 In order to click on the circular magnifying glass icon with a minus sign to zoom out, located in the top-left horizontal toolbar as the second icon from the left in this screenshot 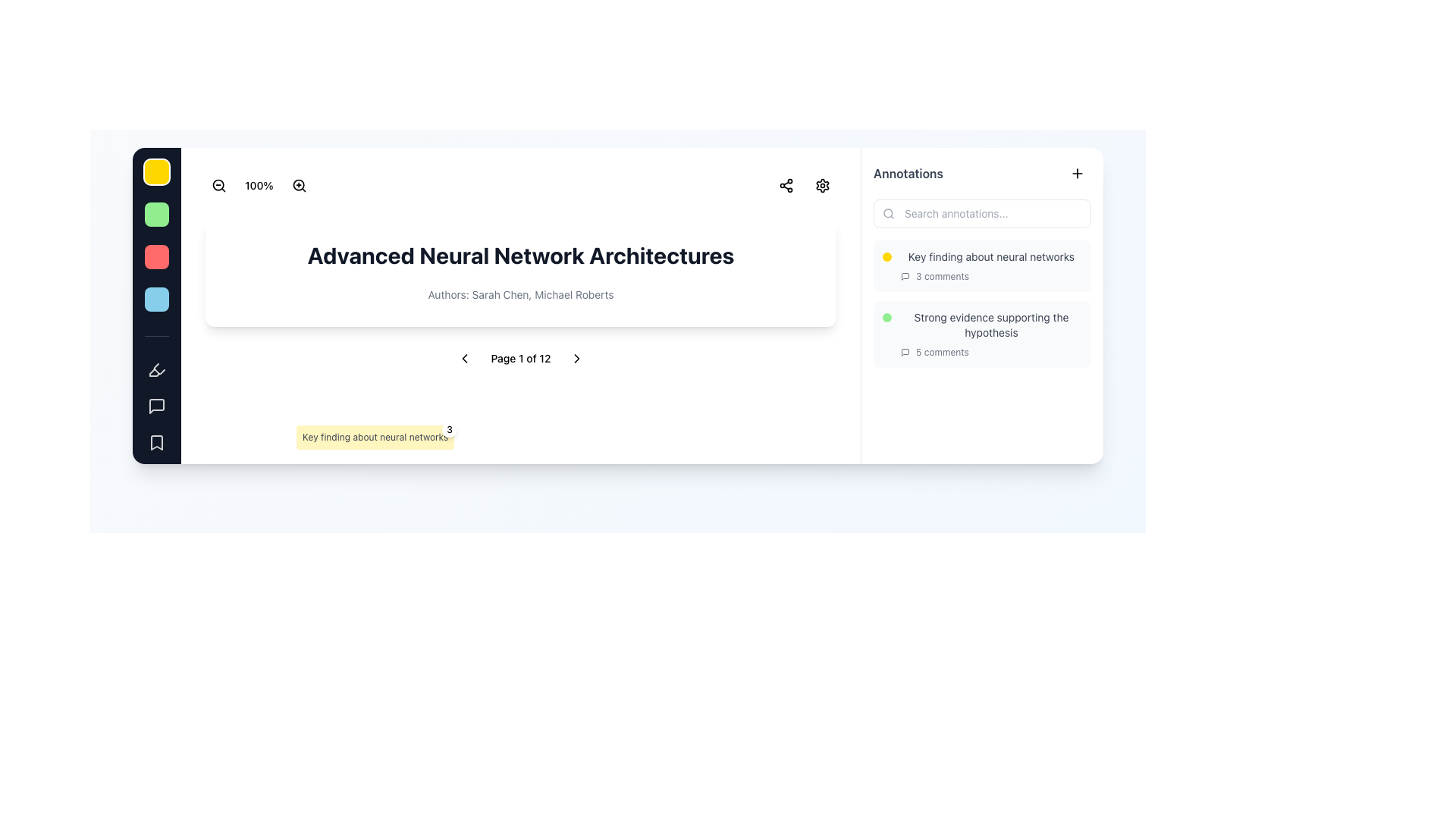, I will do `click(218, 185)`.